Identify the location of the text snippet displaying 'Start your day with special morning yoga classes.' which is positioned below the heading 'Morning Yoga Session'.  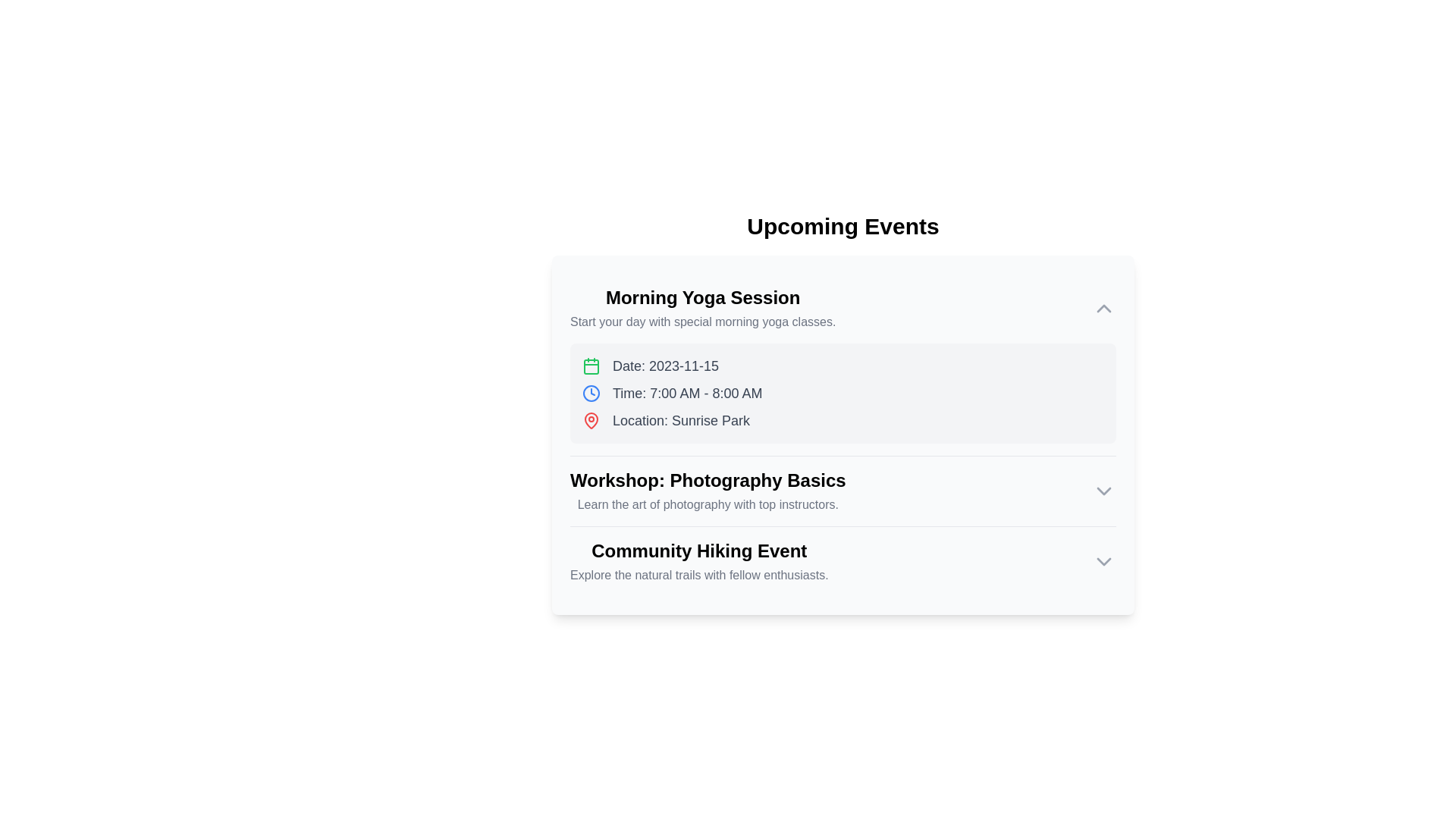
(702, 321).